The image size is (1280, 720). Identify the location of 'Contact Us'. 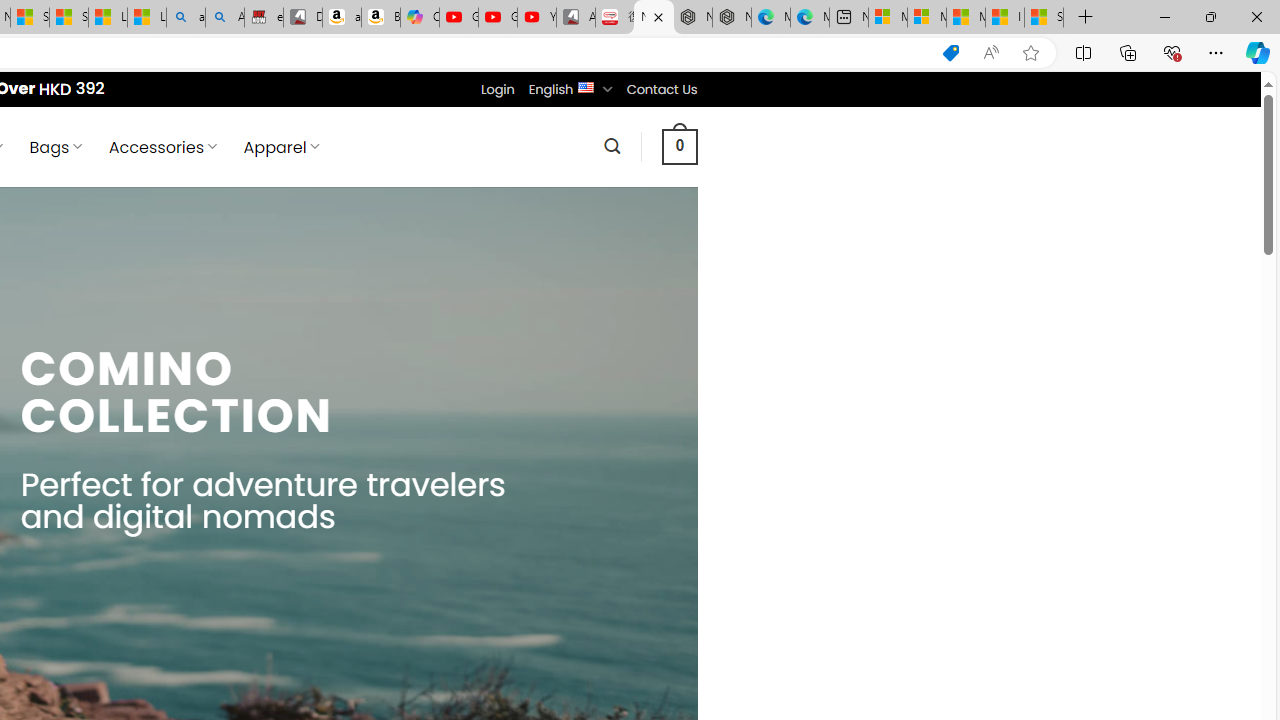
(661, 88).